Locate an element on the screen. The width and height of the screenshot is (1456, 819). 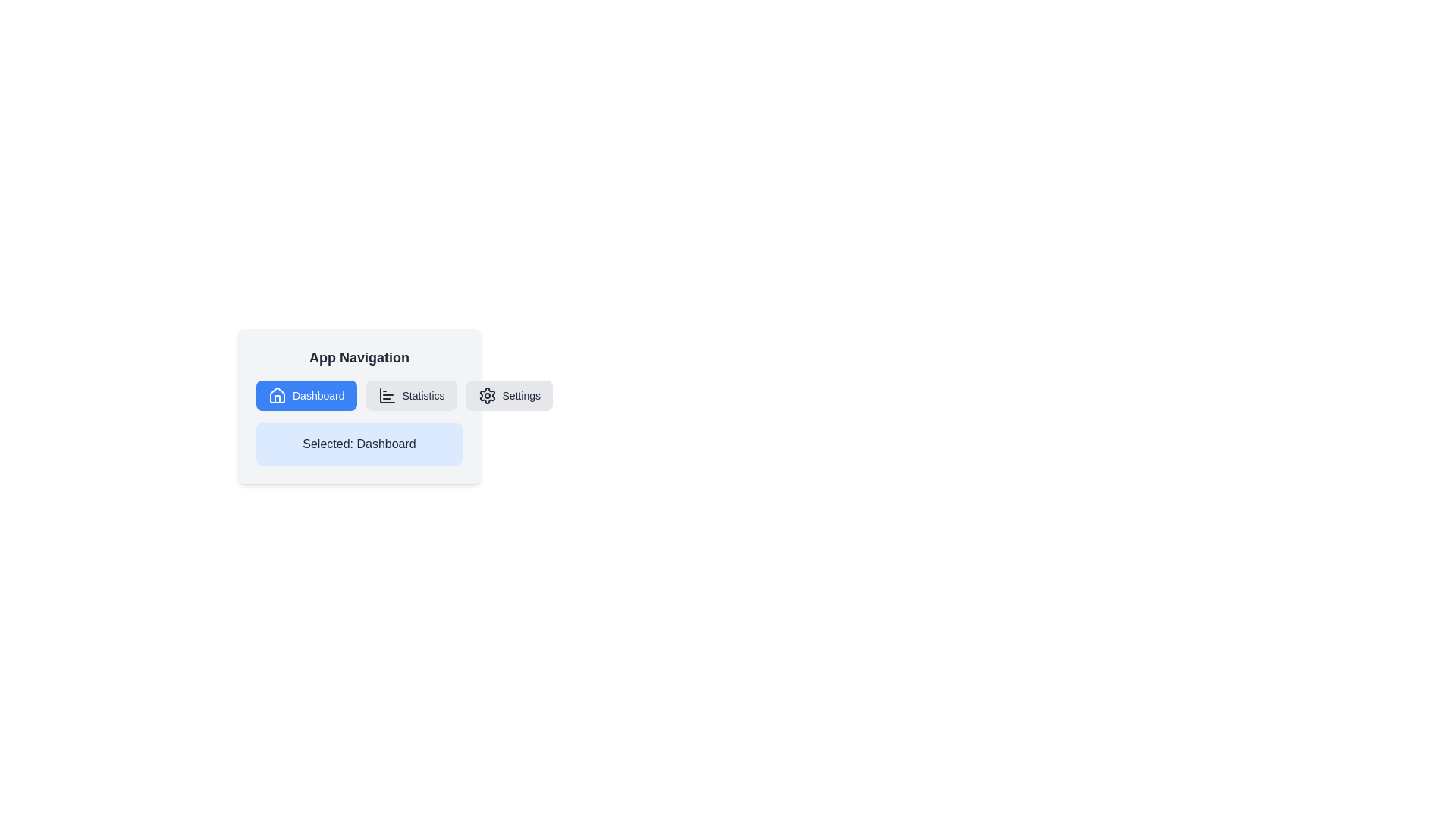
the 'Settings' text label, which serves as a label for the settings button in the navigation menu is located at coordinates (521, 394).